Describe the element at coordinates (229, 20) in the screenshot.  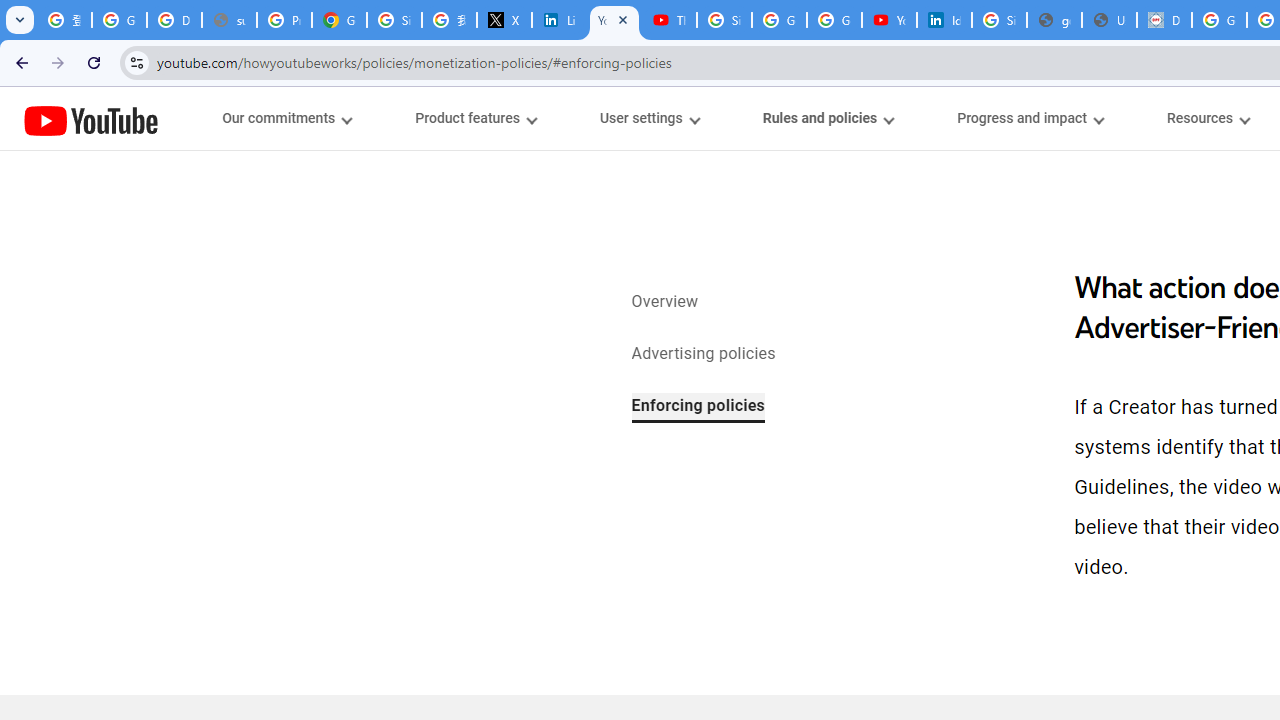
I see `'support.google.com - Network error'` at that location.